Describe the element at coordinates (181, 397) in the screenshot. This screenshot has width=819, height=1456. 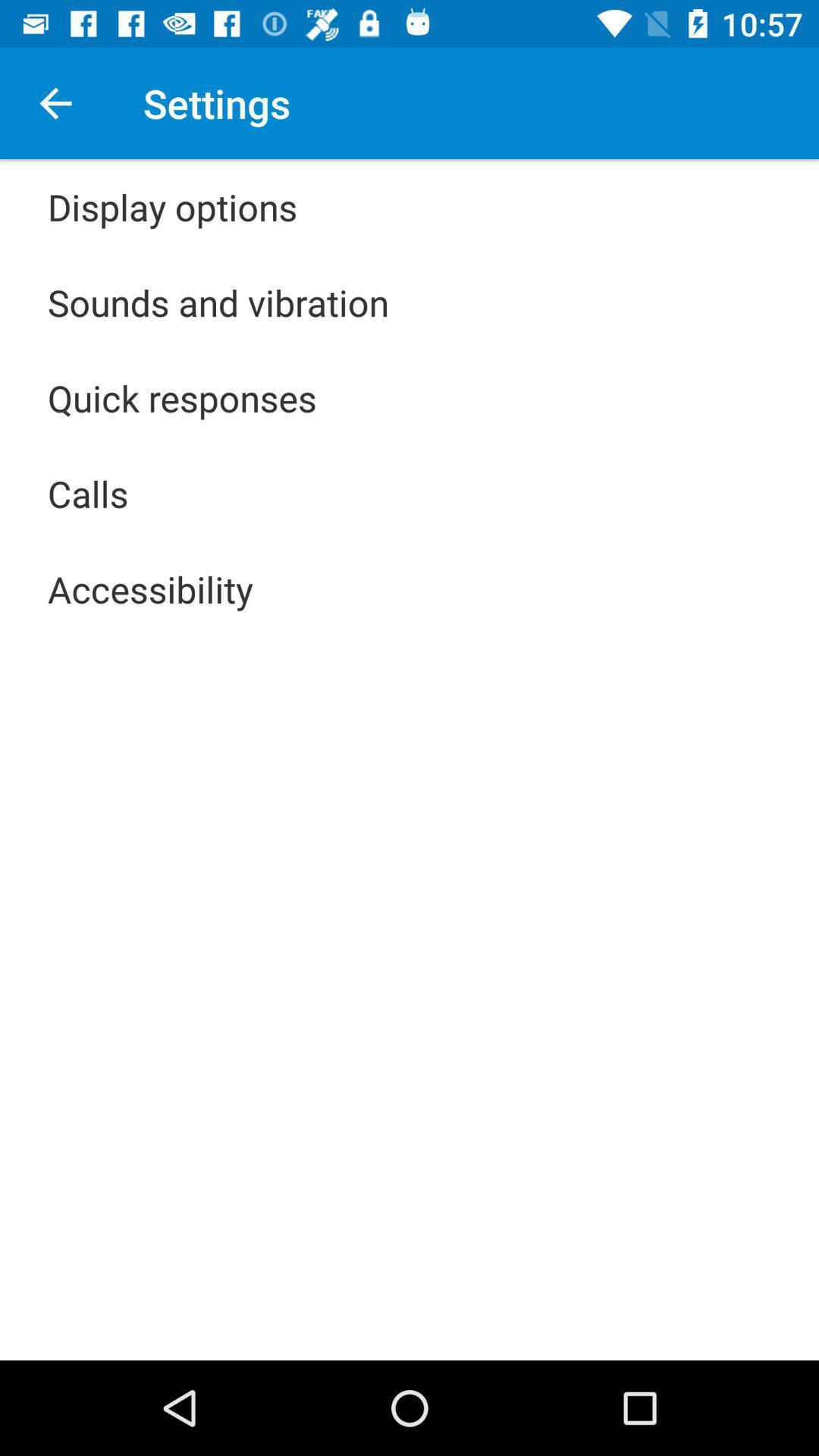
I see `app above calls` at that location.